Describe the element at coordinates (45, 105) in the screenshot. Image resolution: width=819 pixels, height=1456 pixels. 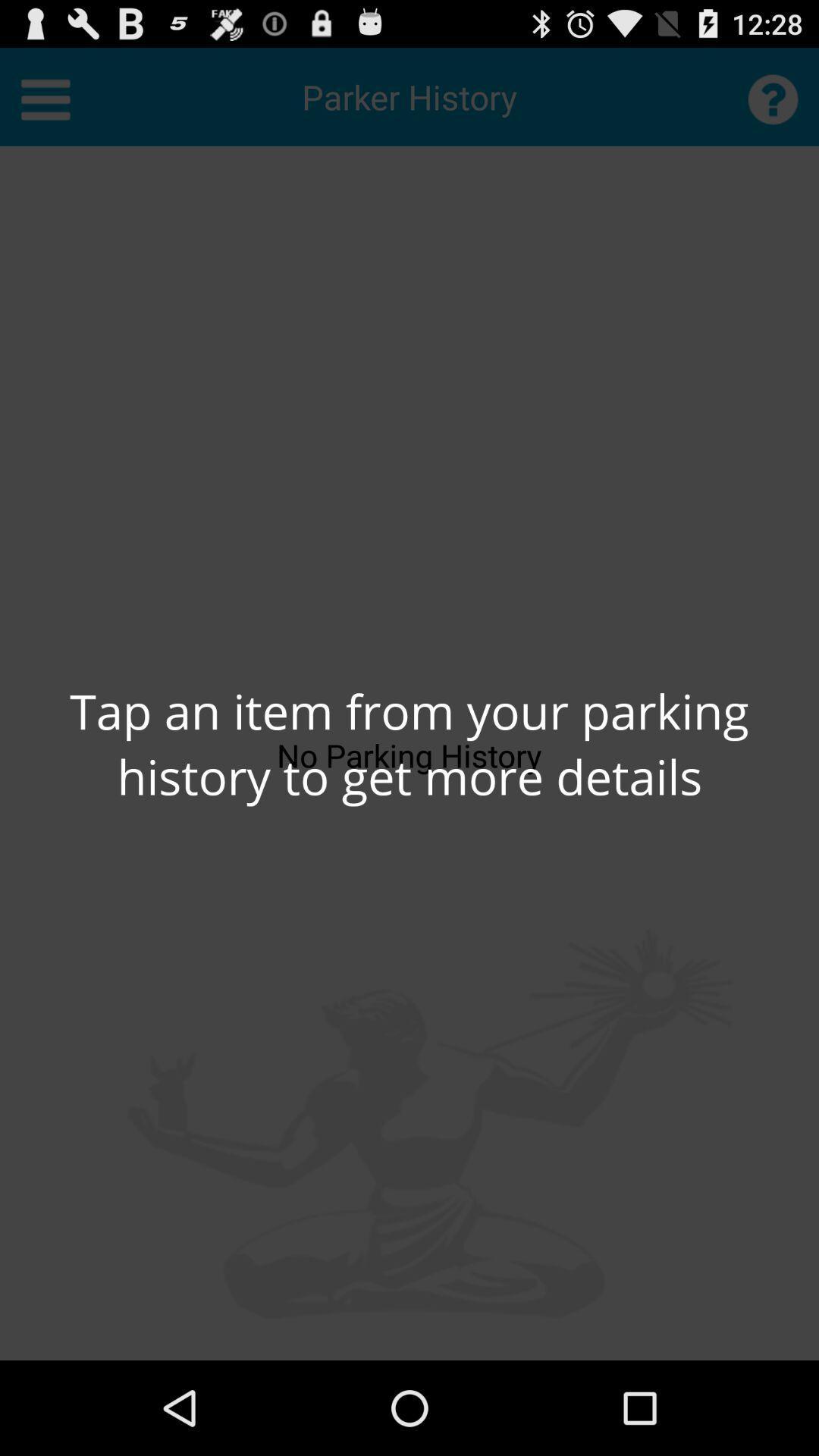
I see `the menu icon` at that location.